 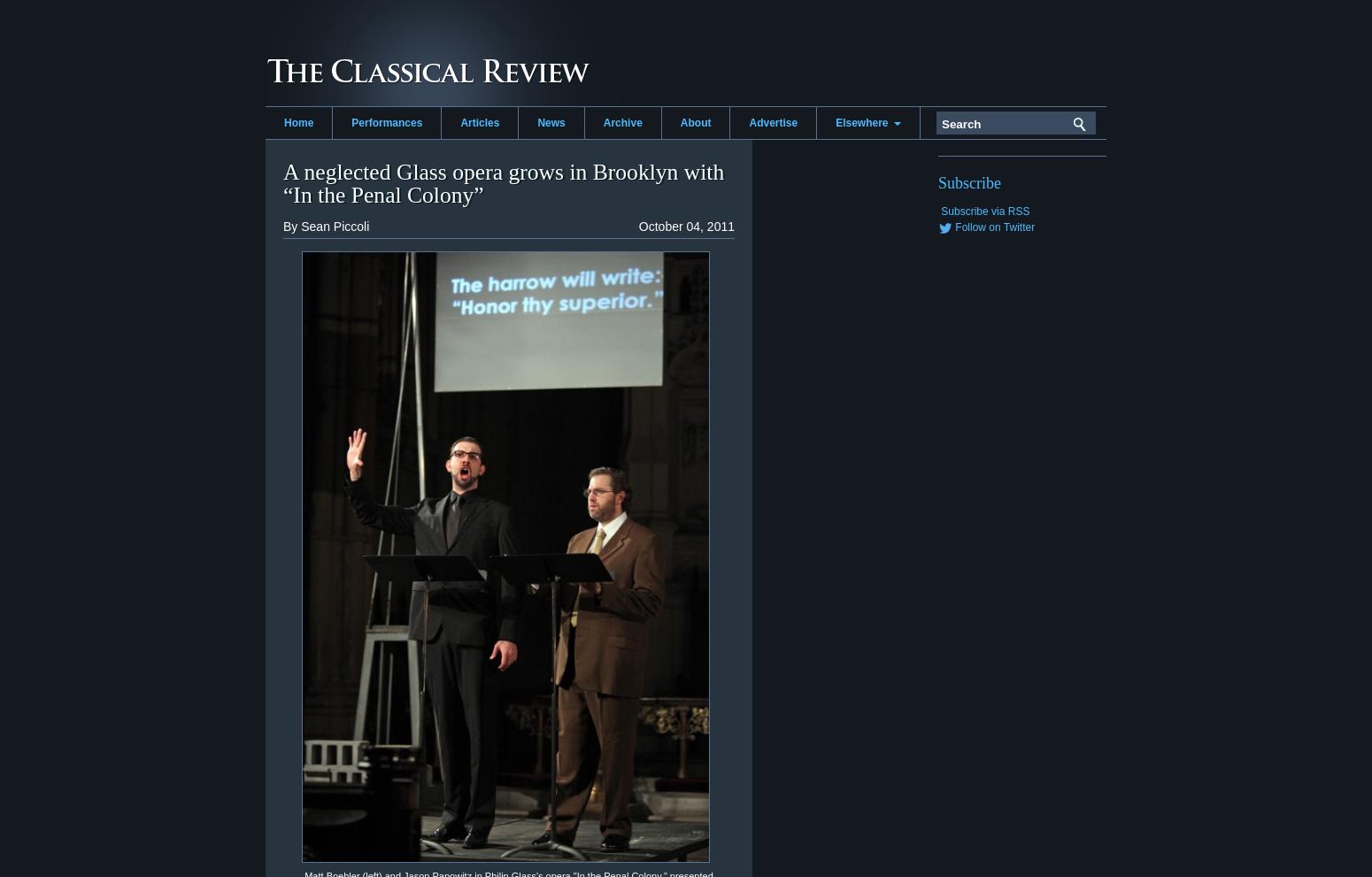 I want to click on 'Archive', so click(x=621, y=123).